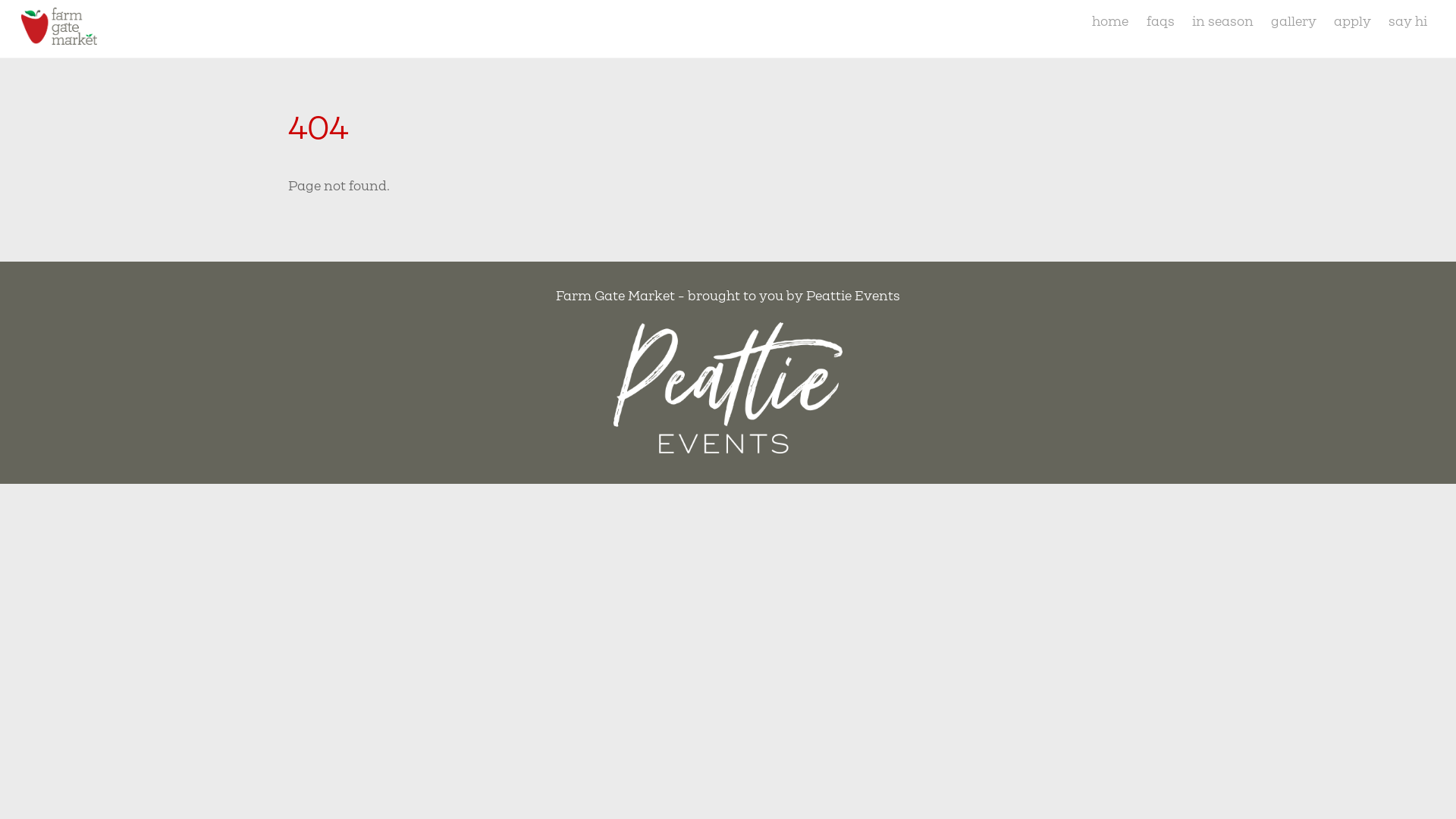 This screenshot has width=1456, height=819. Describe the element at coordinates (1292, 20) in the screenshot. I see `'gallery'` at that location.